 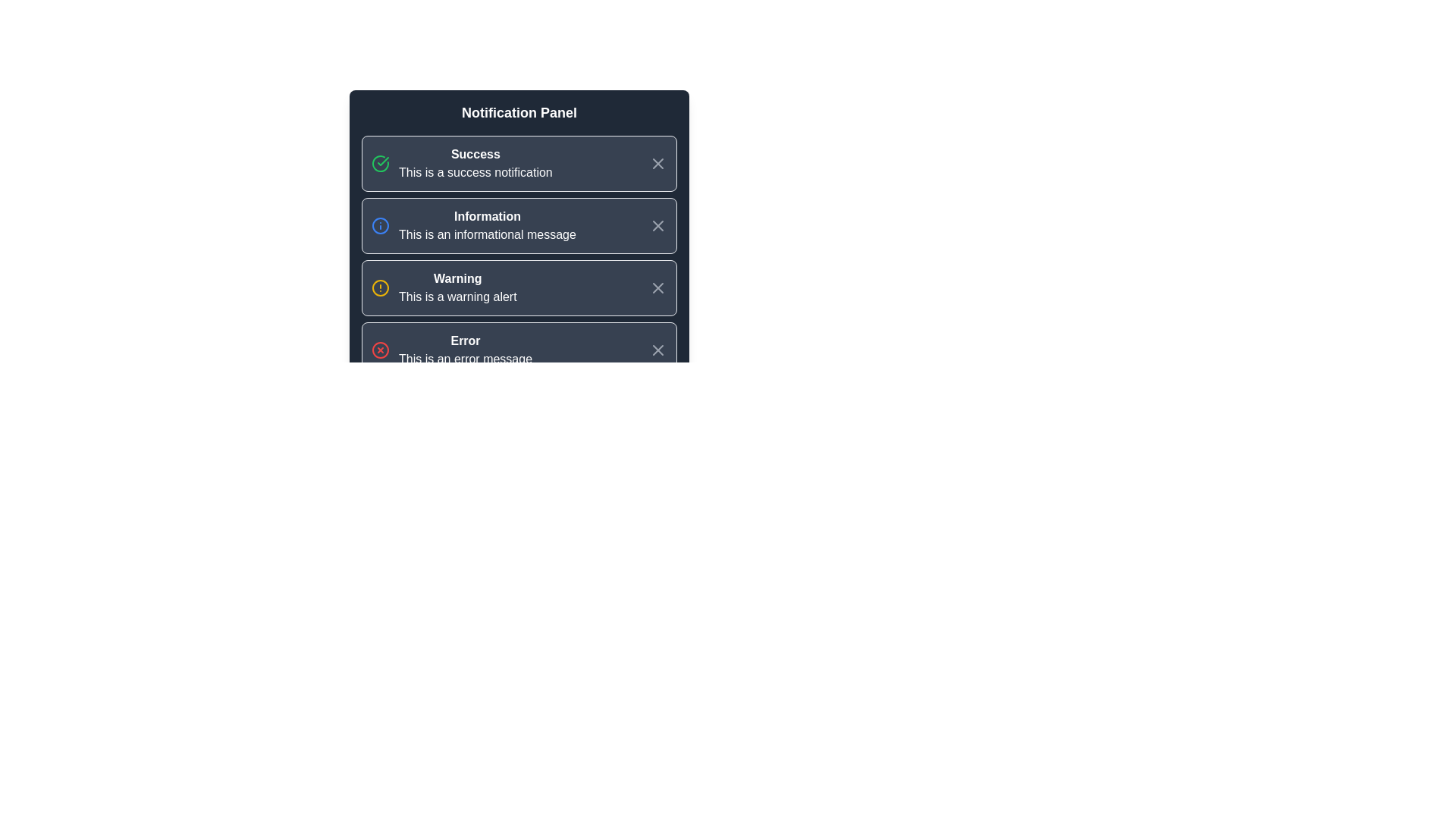 What do you see at coordinates (465, 341) in the screenshot?
I see `the Text label that serves as the title for the error notification in the fourth notification entry of the panel labeled 'Error This is an error message.'` at bounding box center [465, 341].